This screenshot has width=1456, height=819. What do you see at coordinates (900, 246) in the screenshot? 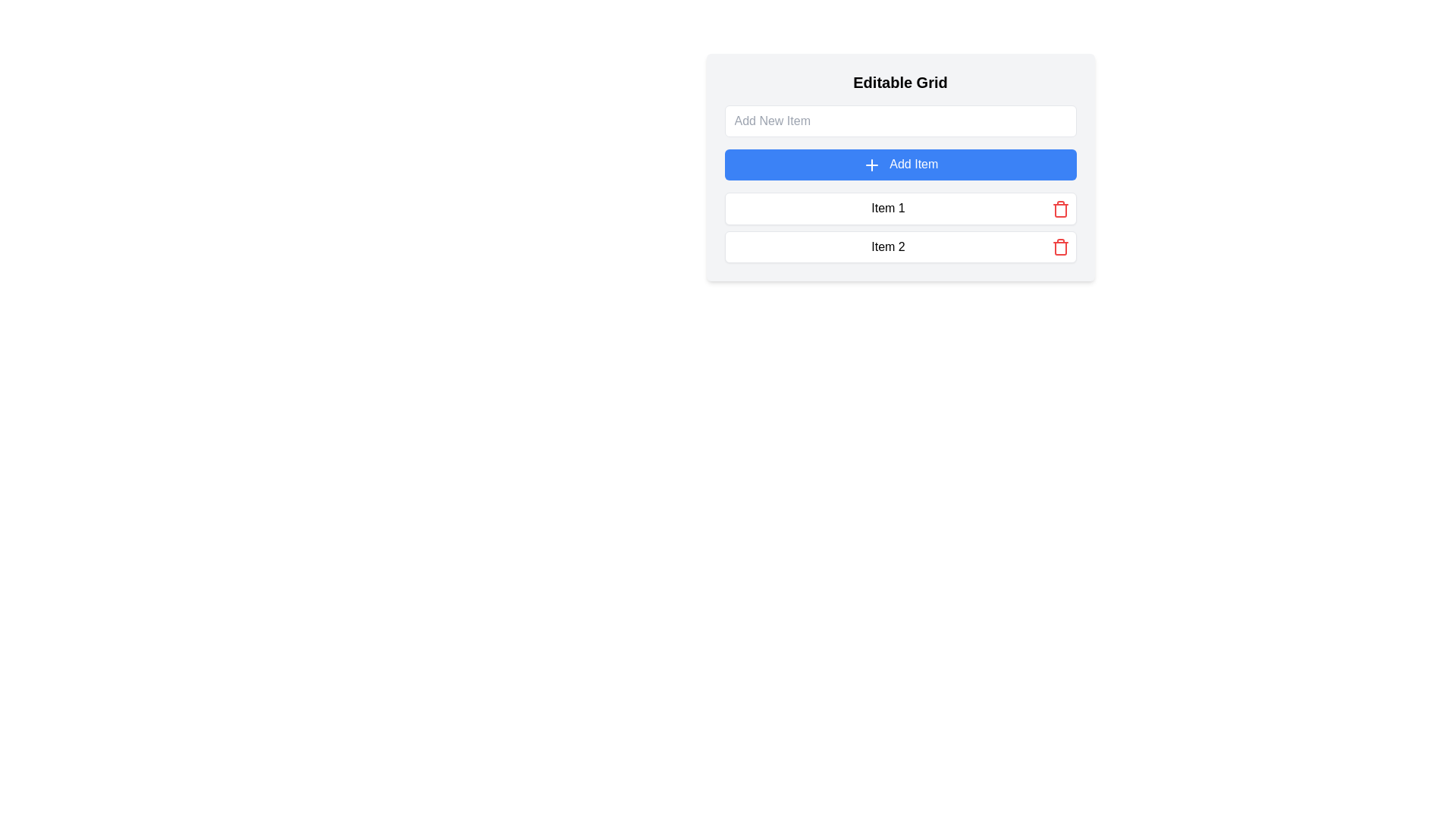
I see `the second item in the list under the 'Editable Grid' header, which displays item details and provides interaction options` at bounding box center [900, 246].